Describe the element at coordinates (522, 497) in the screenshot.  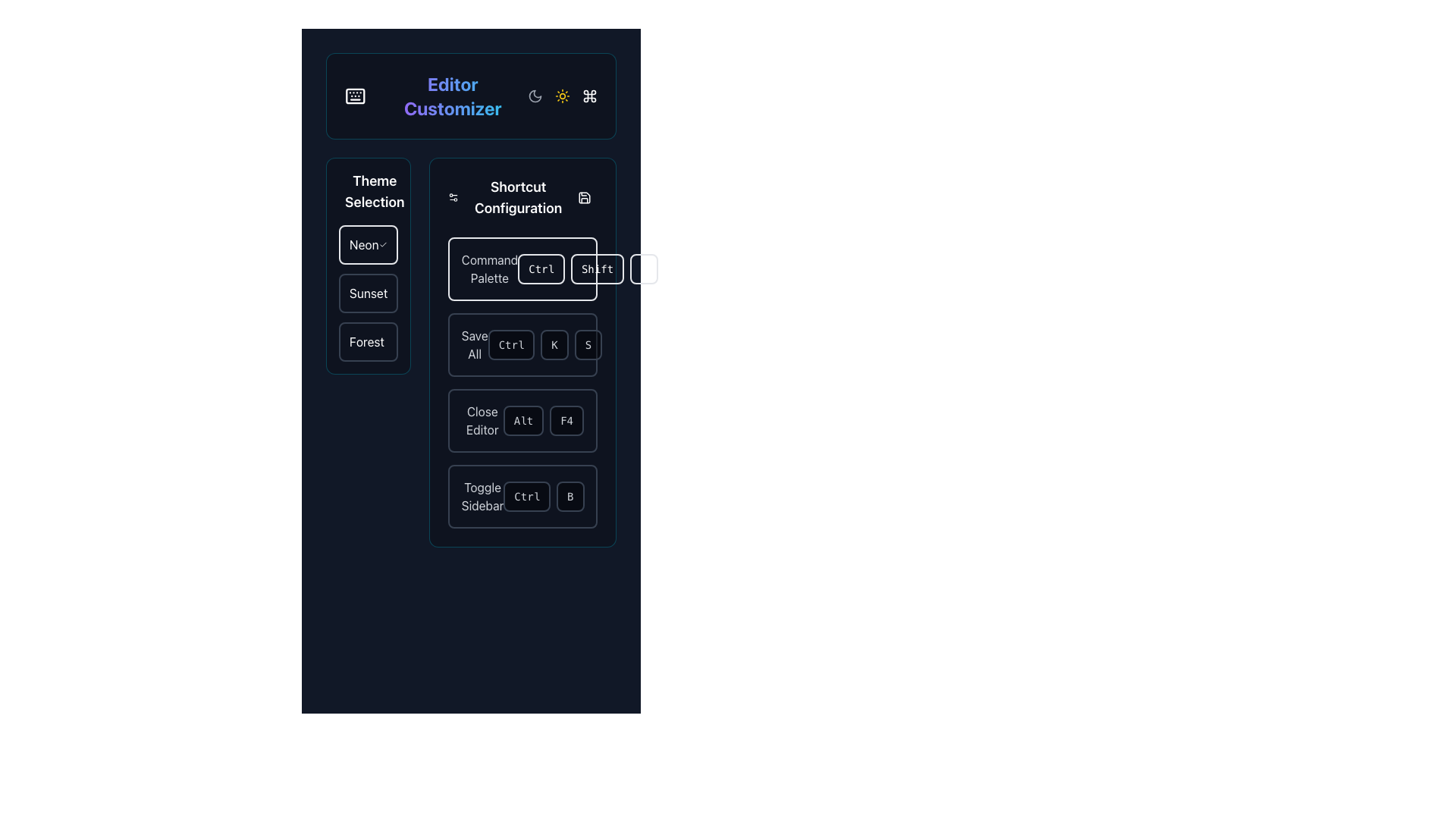
I see `the button at the bottom of the 'Shortcut Configuration' section` at that location.